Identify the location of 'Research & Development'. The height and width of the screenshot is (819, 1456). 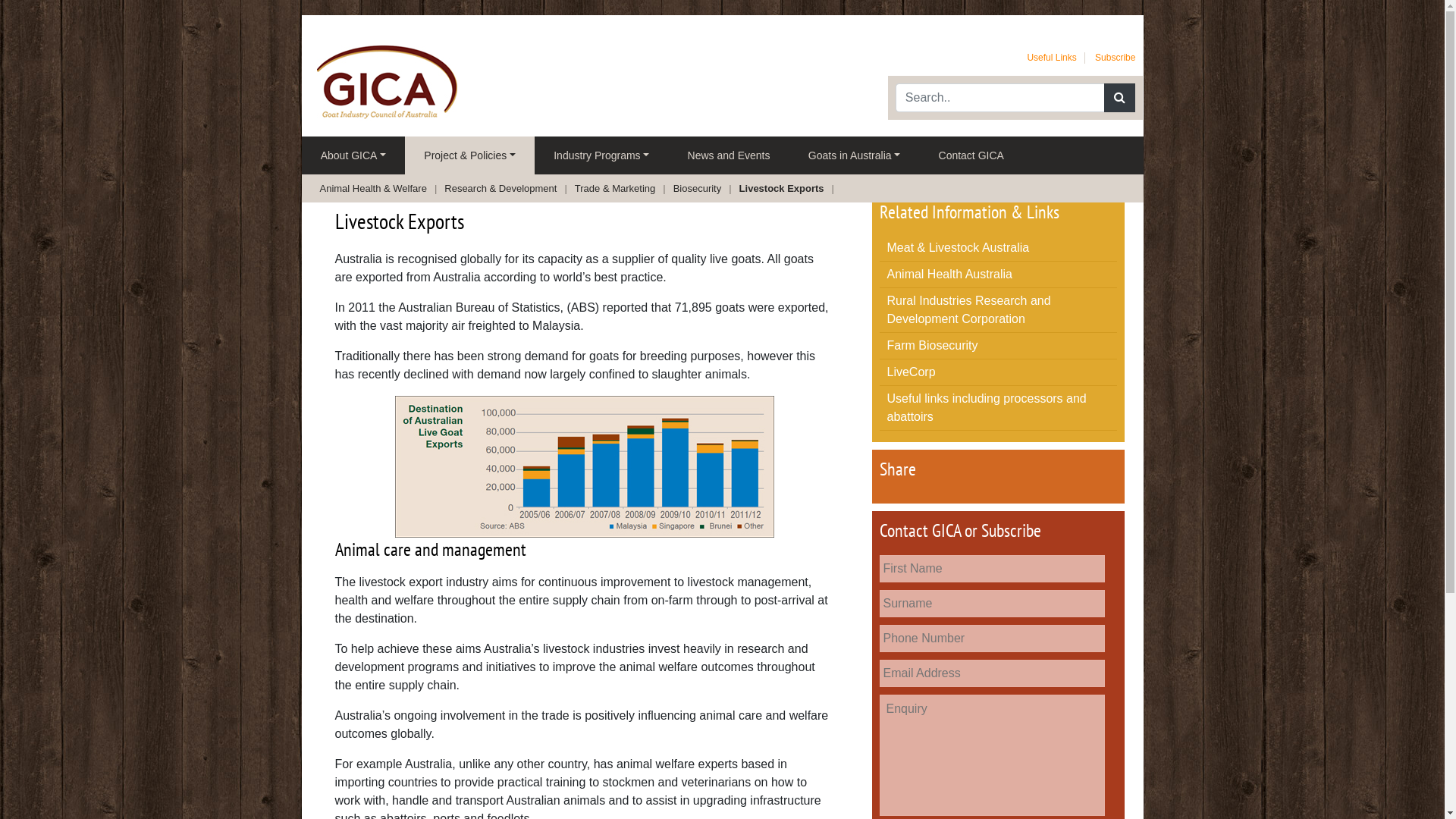
(506, 187).